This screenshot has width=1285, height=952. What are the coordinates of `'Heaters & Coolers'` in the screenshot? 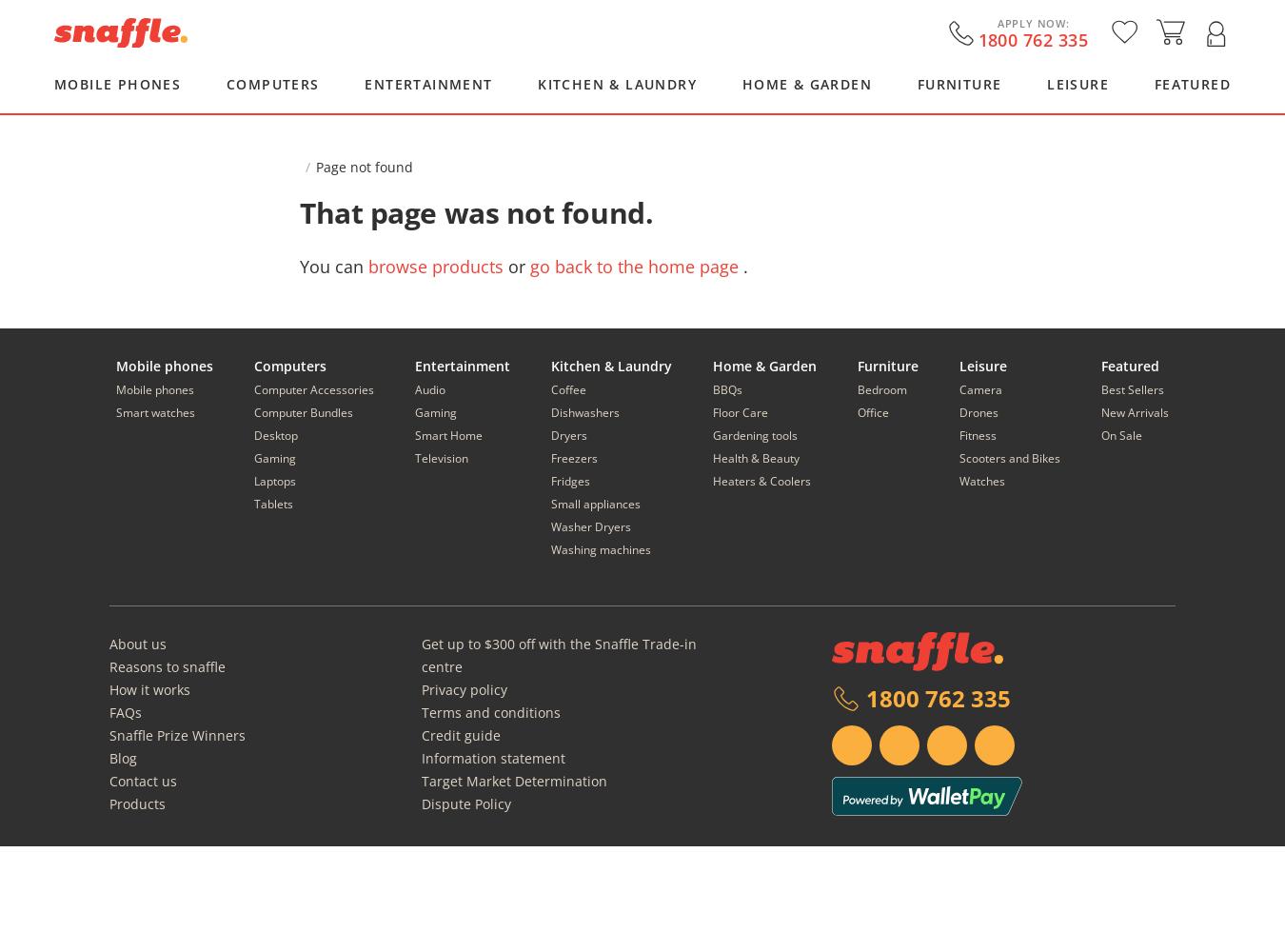 It's located at (761, 481).